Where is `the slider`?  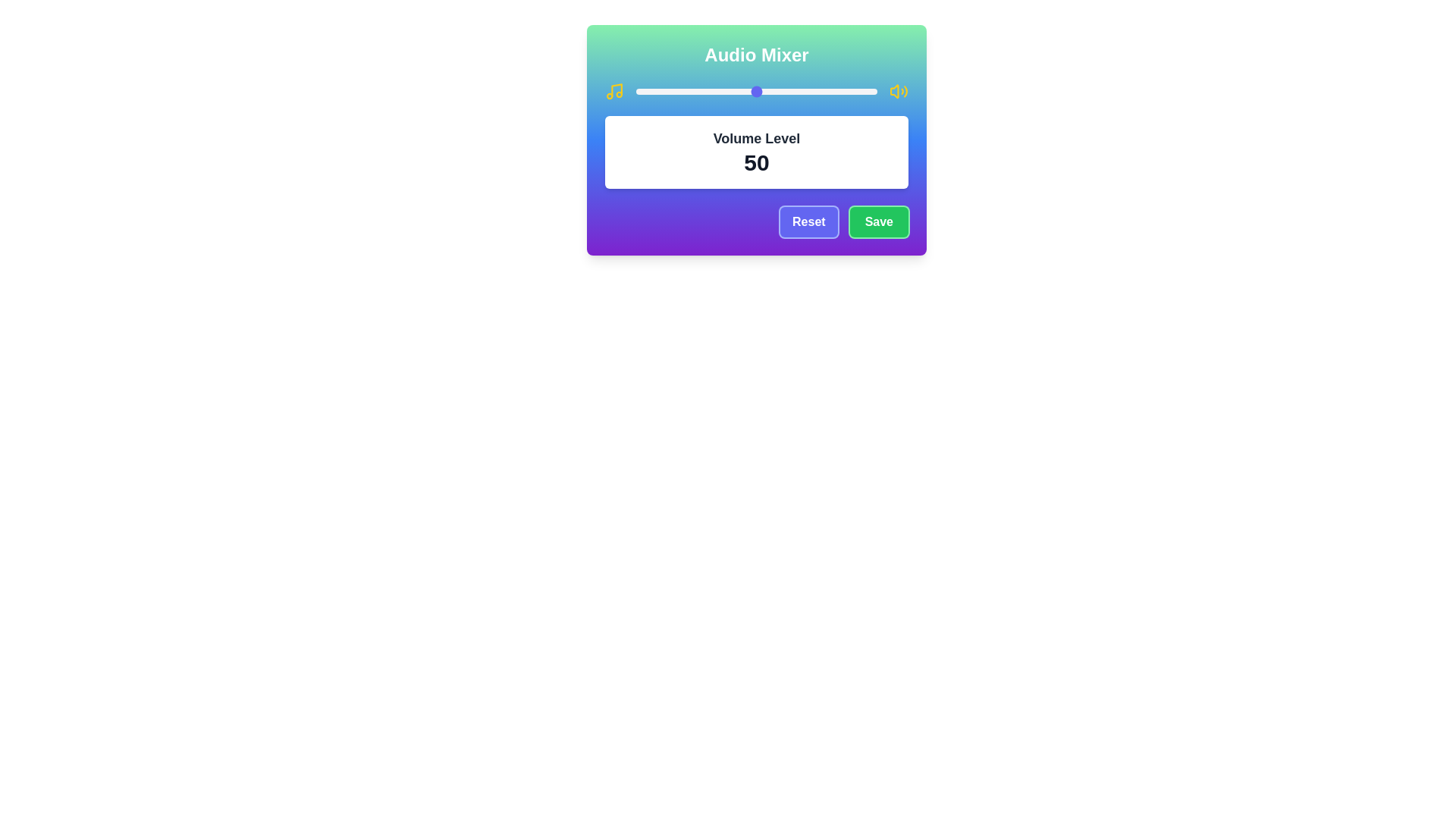 the slider is located at coordinates (739, 91).